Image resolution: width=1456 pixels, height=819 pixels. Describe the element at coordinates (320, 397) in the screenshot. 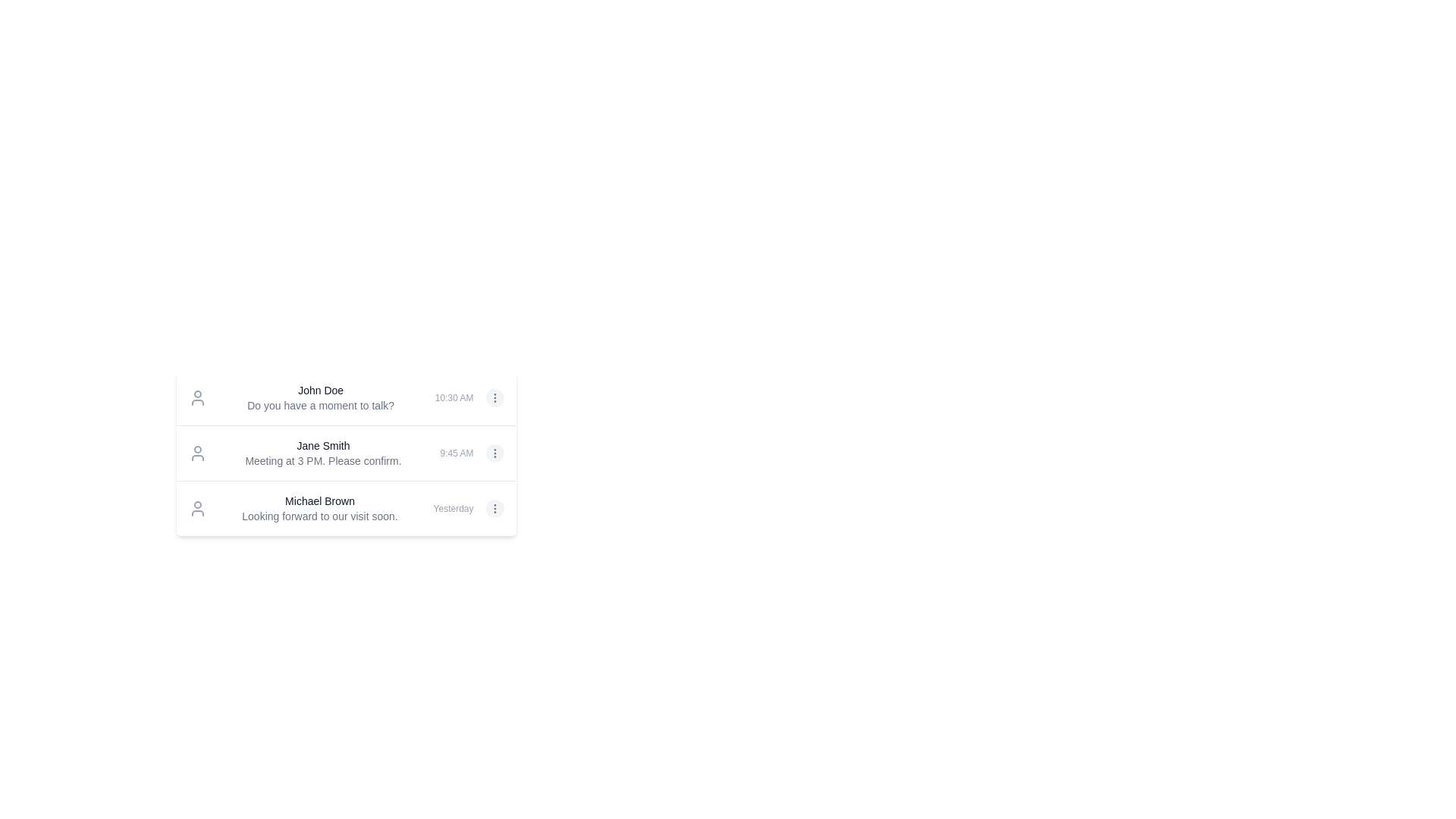

I see `the text display element that shows the sender's name 'John Doe' and message preview 'Do you have a moment to talk?'` at that location.